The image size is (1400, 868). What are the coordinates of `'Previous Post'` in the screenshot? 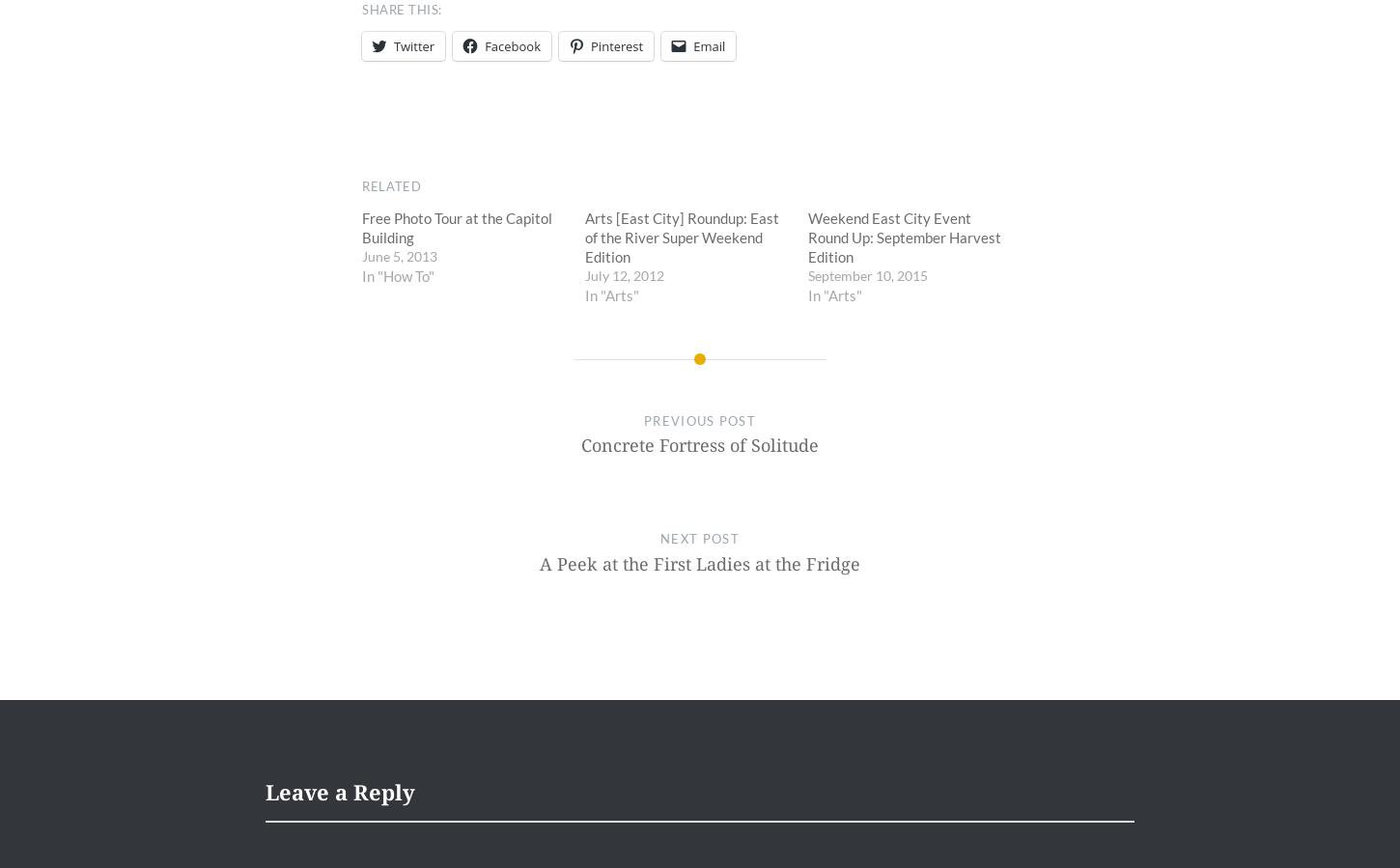 It's located at (698, 420).